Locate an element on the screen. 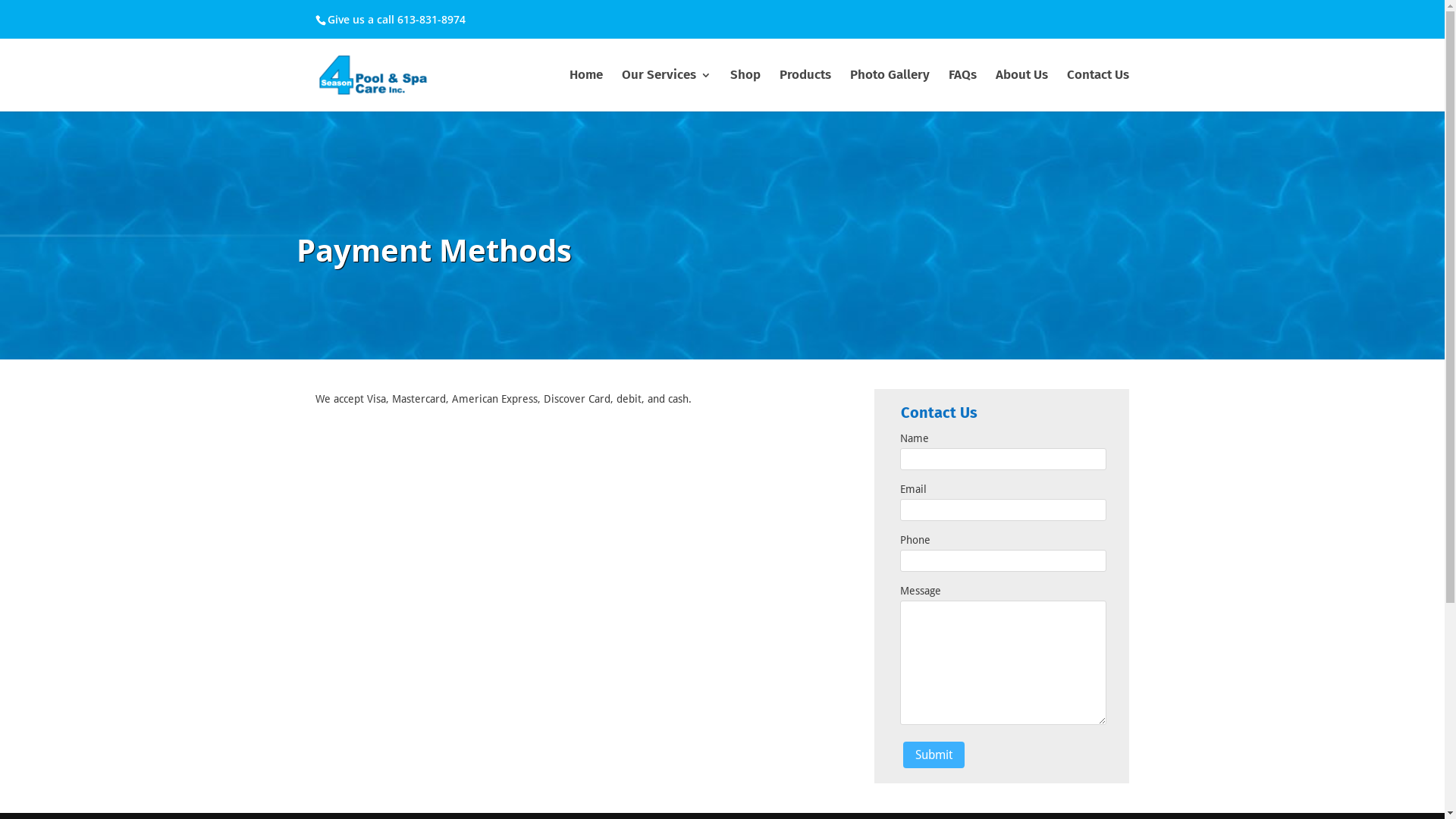 This screenshot has width=1456, height=819. 'Our Services' is located at coordinates (666, 90).